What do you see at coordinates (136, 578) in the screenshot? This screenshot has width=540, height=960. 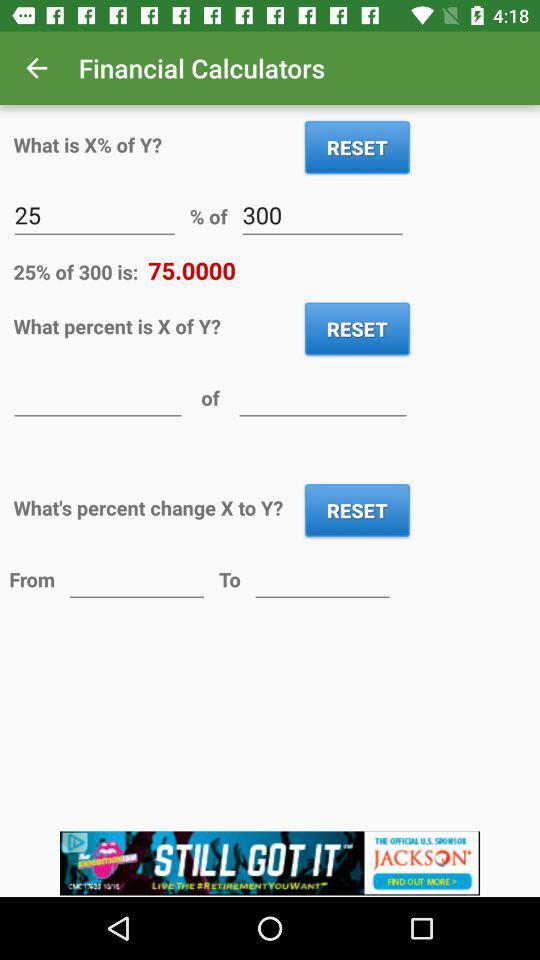 I see `from name` at bounding box center [136, 578].